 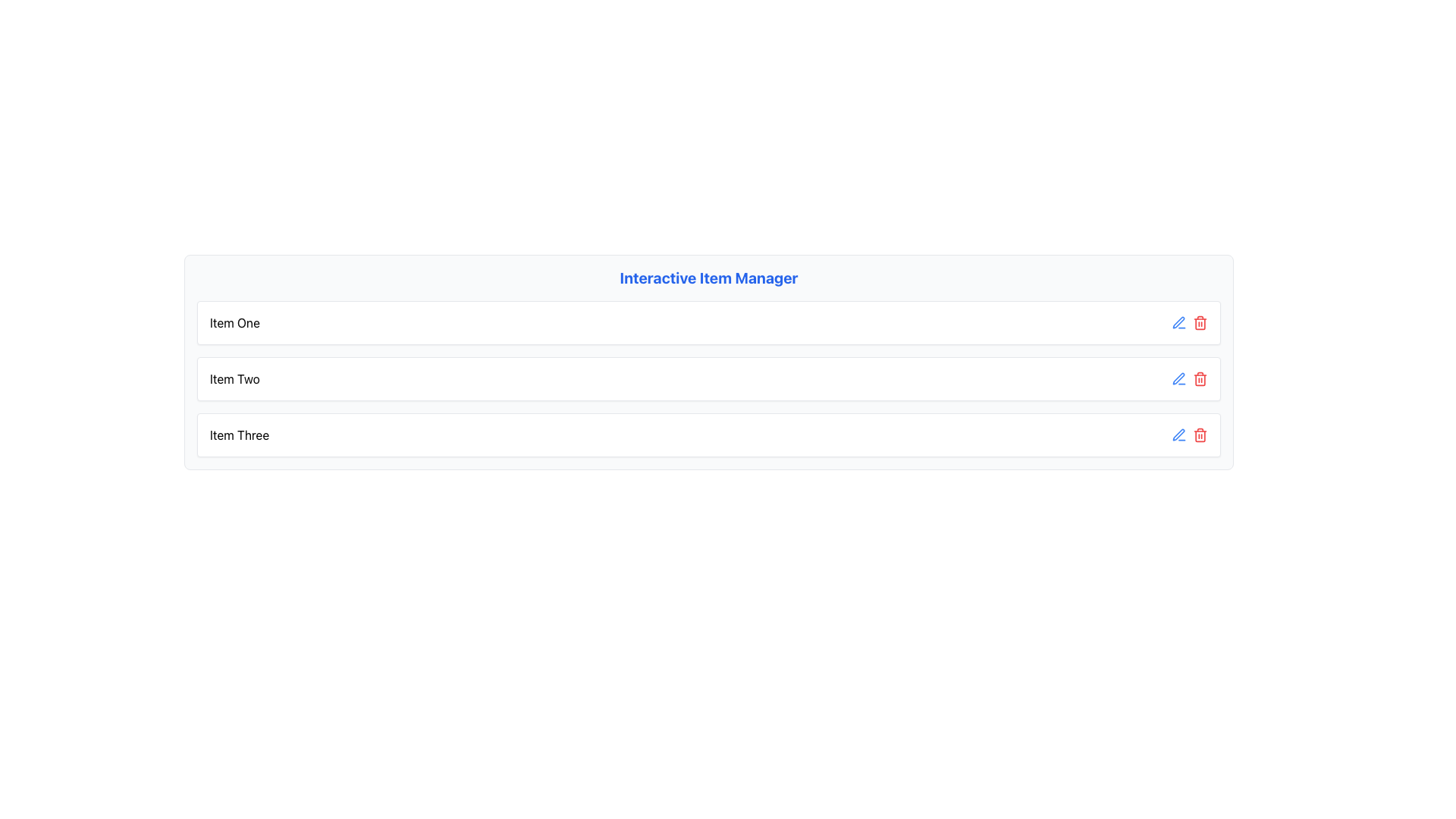 What do you see at coordinates (239, 435) in the screenshot?
I see `the static text label displaying 'Item Three', which is the label for the third item in a vertically aligned list of items` at bounding box center [239, 435].